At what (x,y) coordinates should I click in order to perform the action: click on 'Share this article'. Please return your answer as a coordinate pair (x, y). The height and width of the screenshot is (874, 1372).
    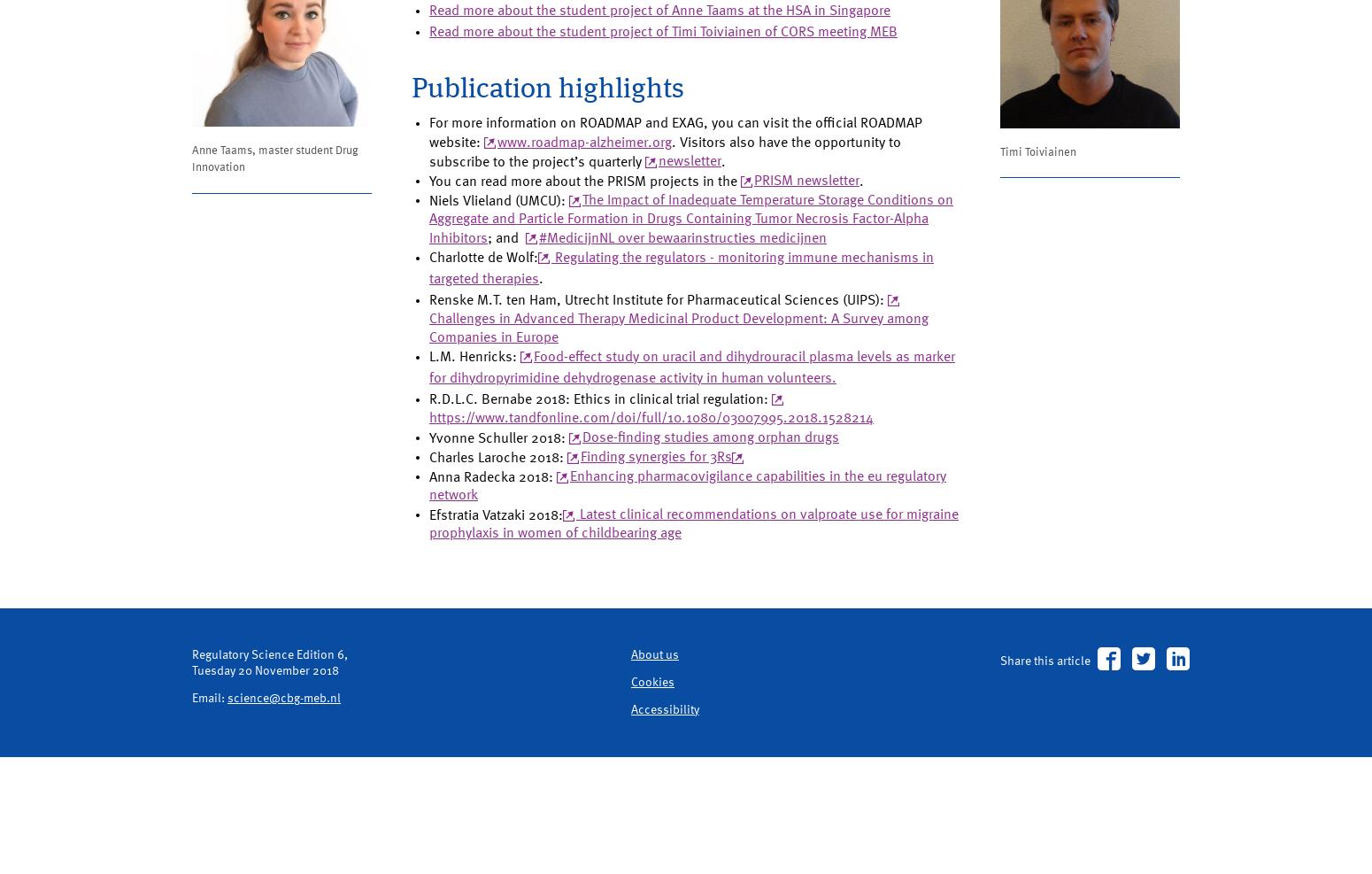
    Looking at the image, I should click on (1050, 770).